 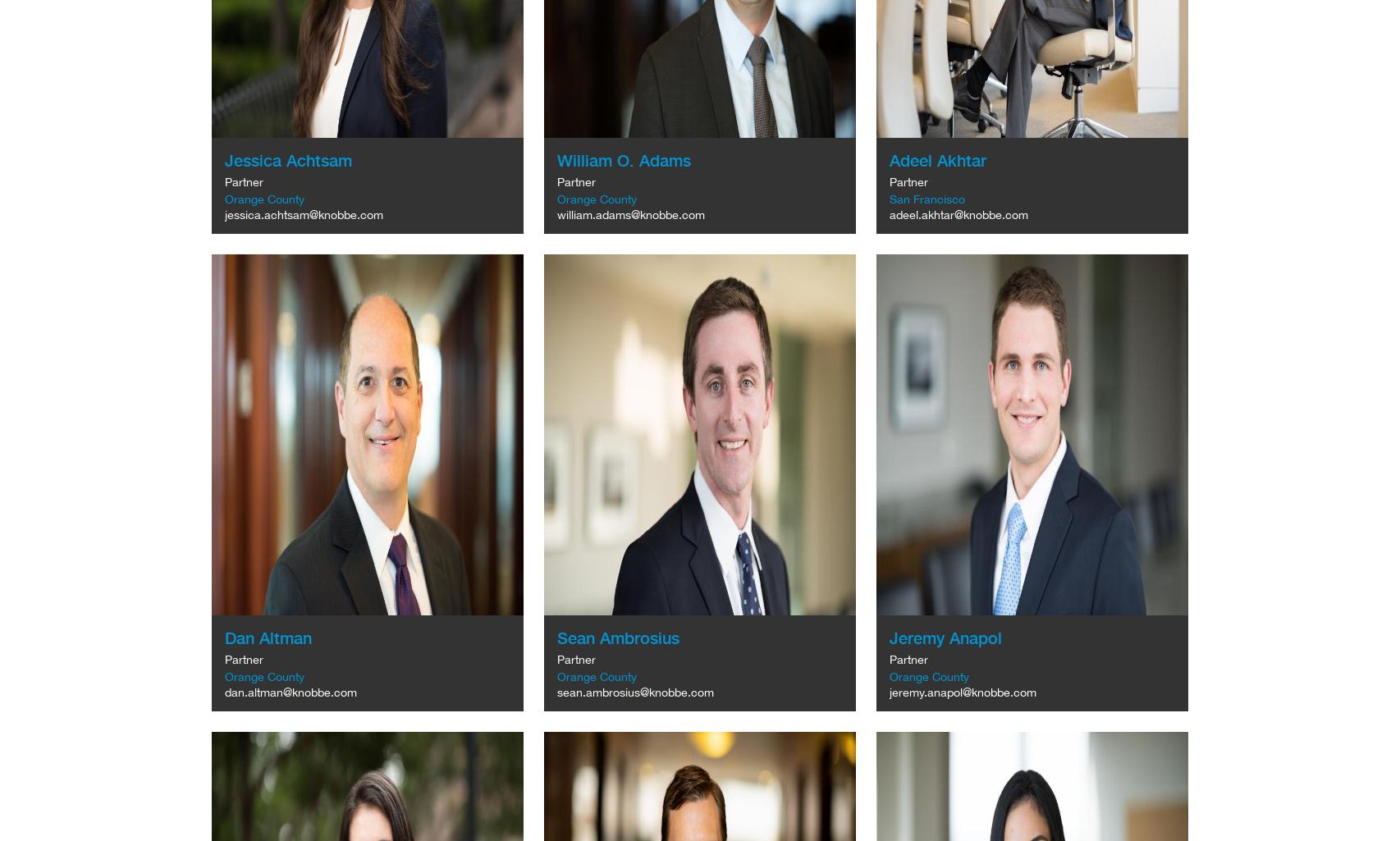 I want to click on 'dan.altman@knobbe.com', so click(x=291, y=692).